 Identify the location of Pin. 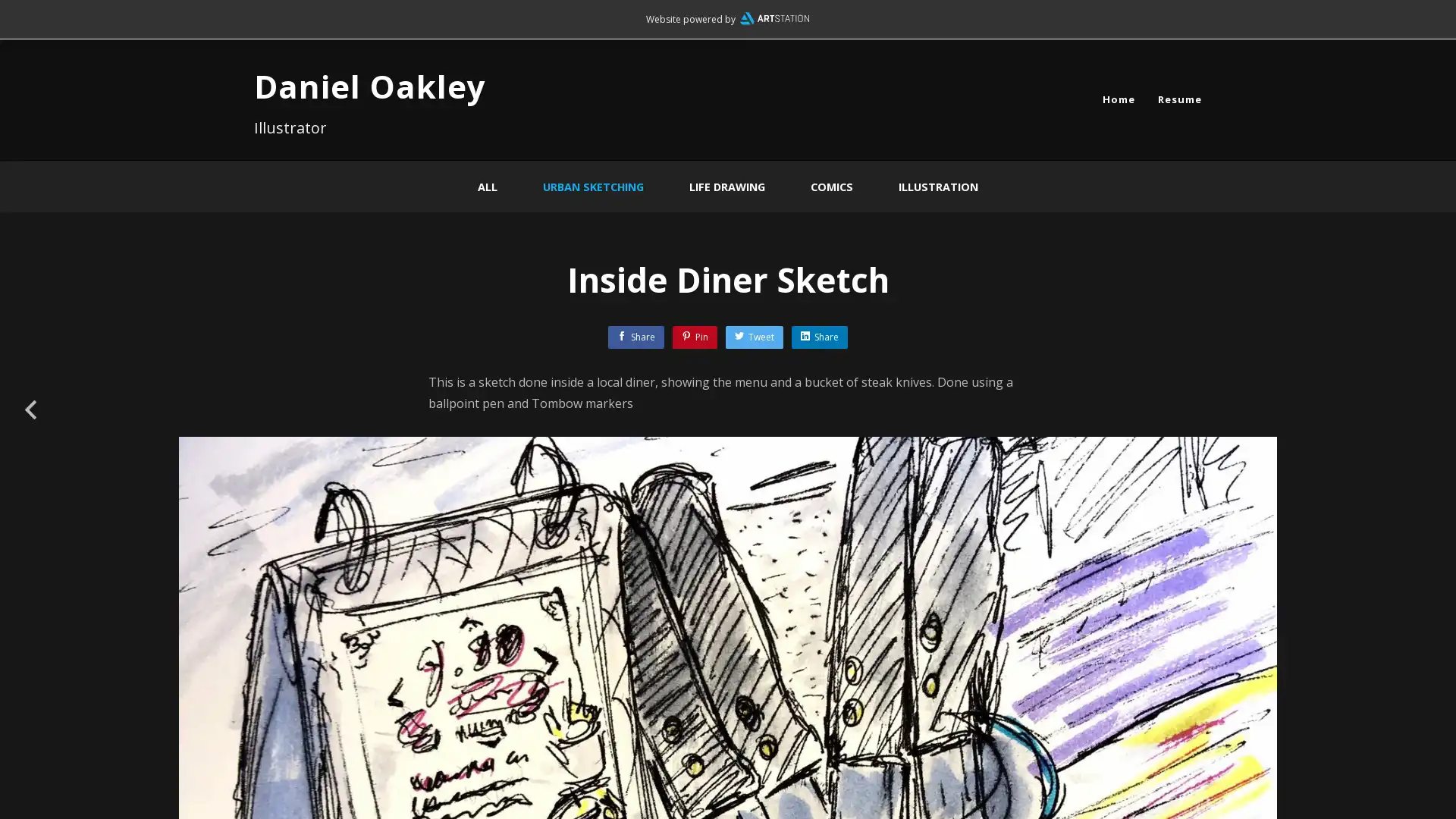
(694, 336).